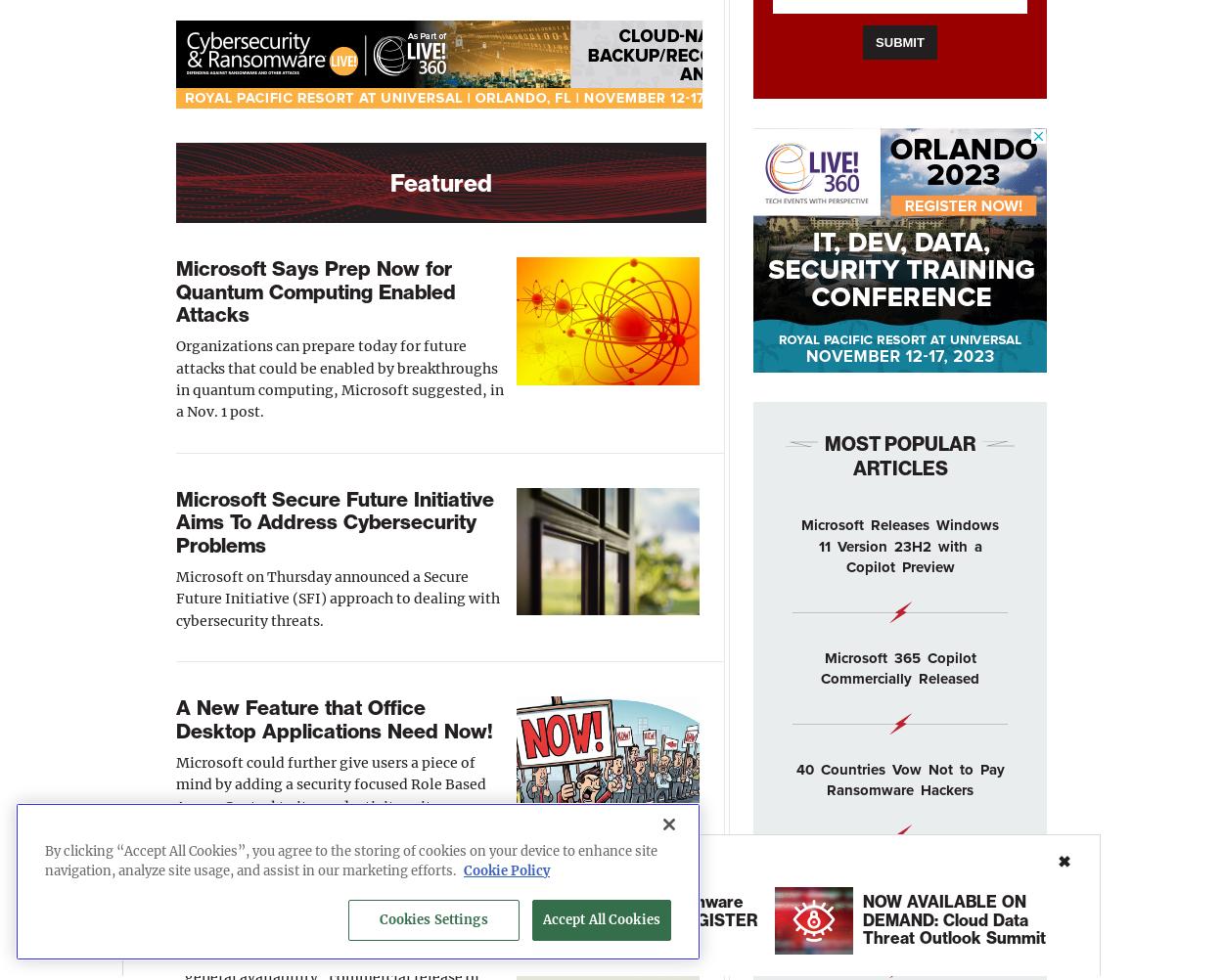 This screenshot has height=980, width=1223. I want to click on '20 Easy Steps To Creating an AI Chatbot in 30 Minutes', so click(319, 917).